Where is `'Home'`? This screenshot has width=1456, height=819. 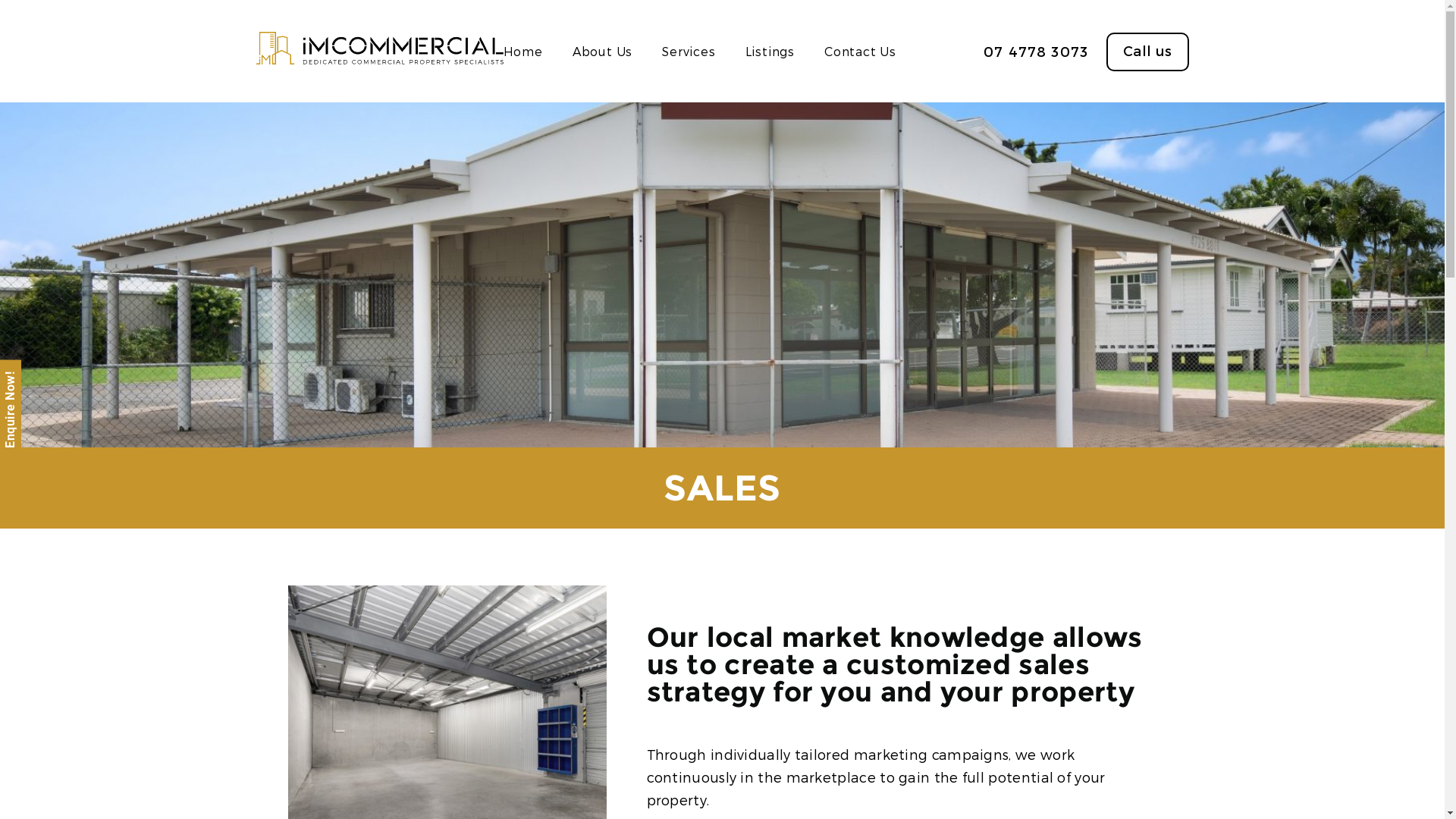 'Home' is located at coordinates (523, 50).